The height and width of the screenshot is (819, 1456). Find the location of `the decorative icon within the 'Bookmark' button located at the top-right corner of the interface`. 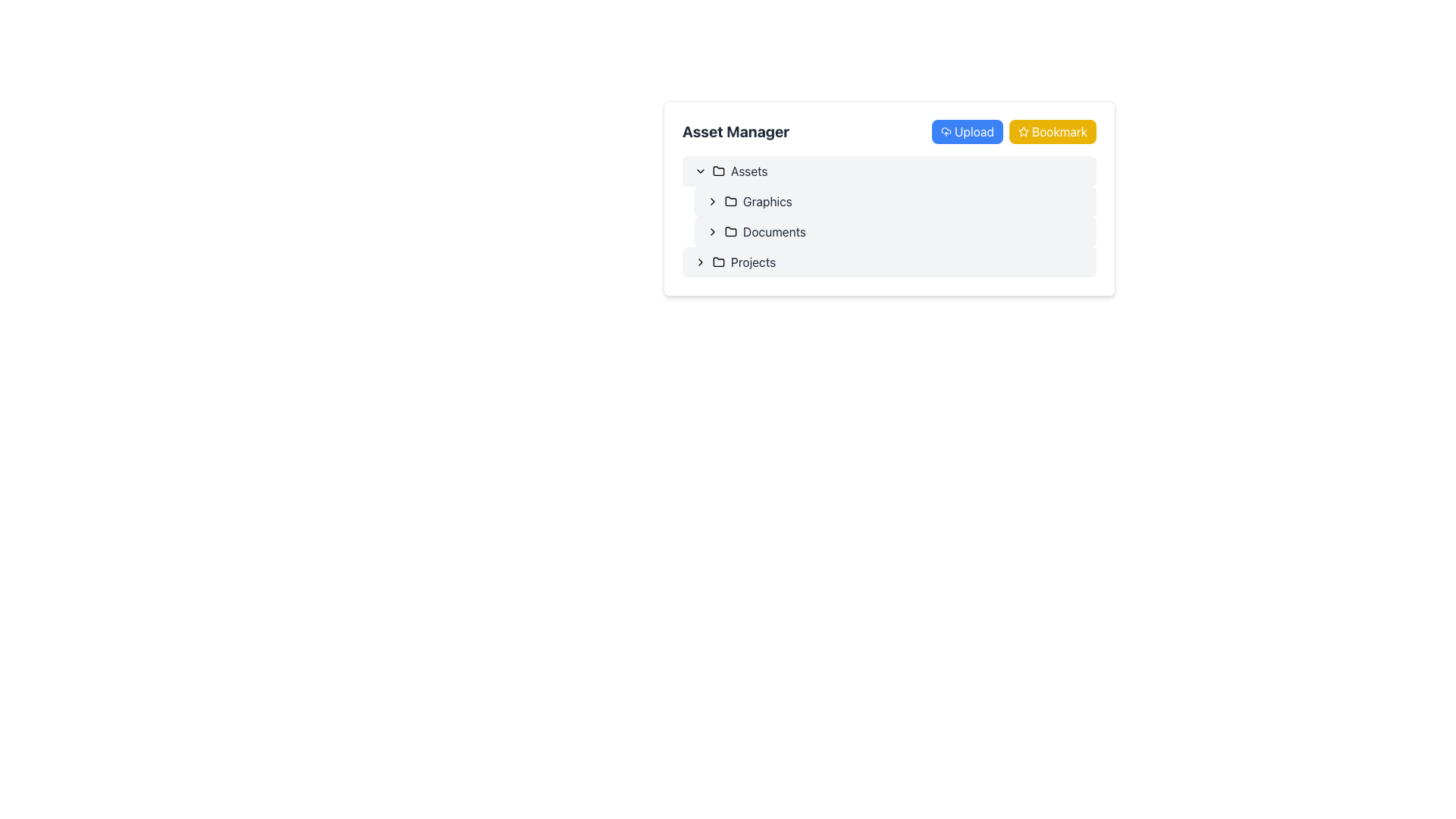

the decorative icon within the 'Bookmark' button located at the top-right corner of the interface is located at coordinates (1023, 130).